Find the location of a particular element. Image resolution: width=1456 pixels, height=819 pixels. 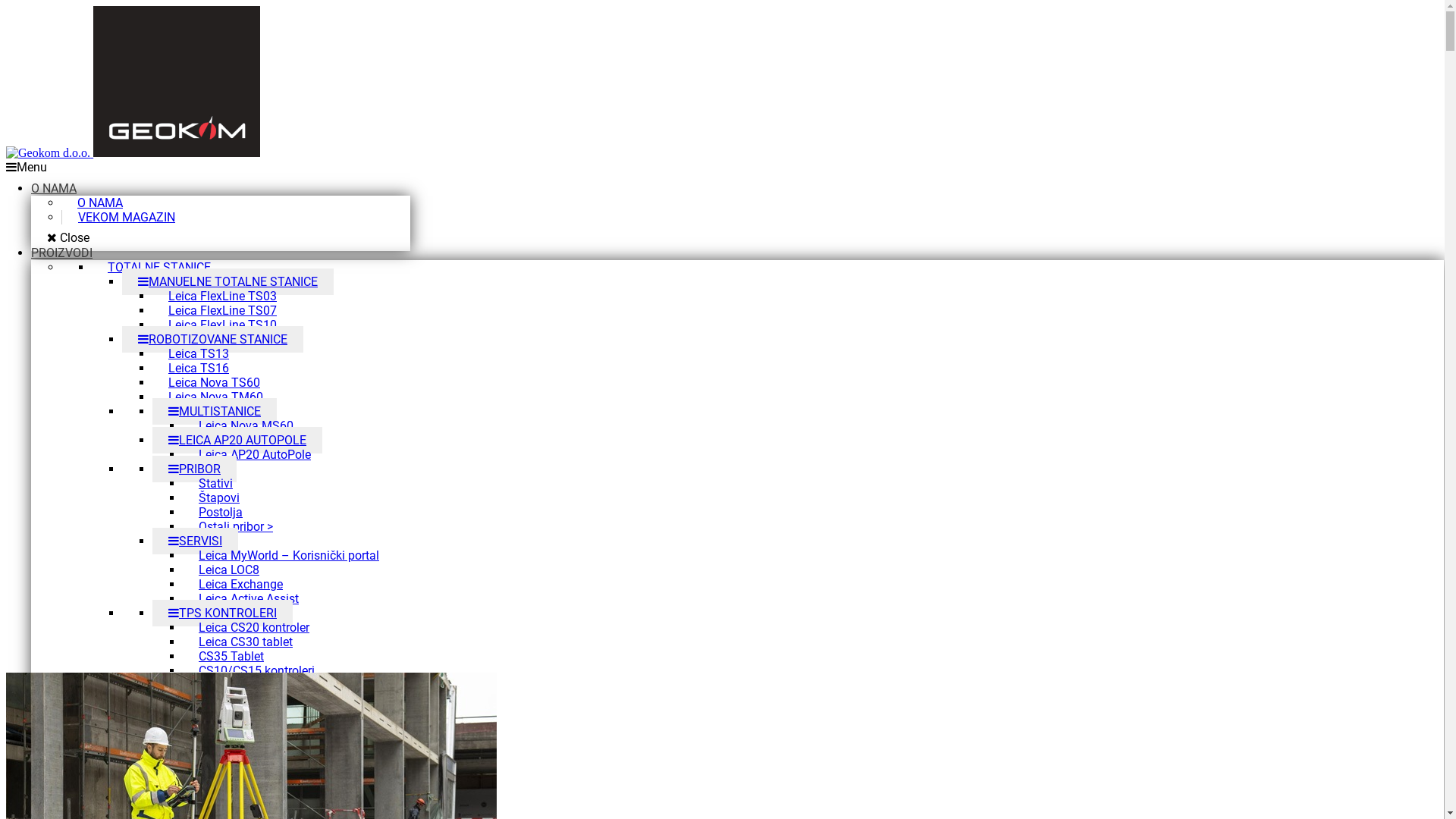

'Leica FlexLine TS03' is located at coordinates (221, 296).